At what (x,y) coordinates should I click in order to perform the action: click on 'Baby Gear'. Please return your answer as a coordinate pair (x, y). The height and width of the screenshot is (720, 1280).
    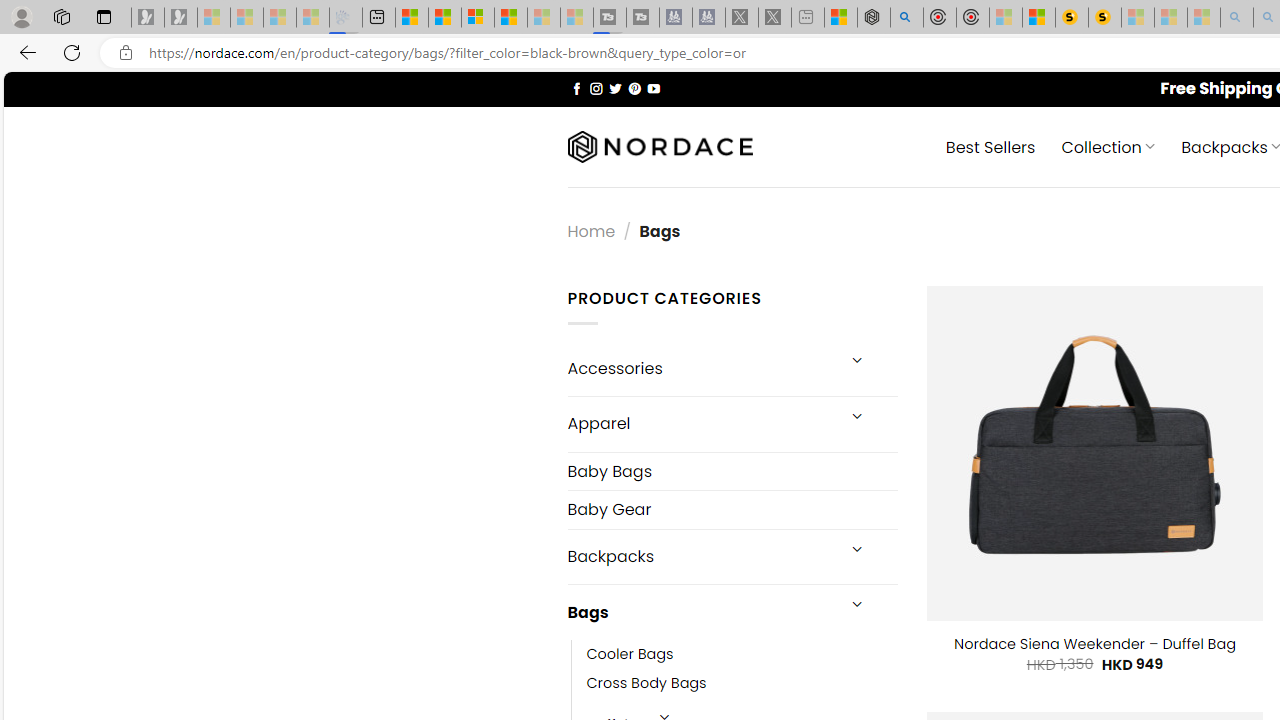
    Looking at the image, I should click on (731, 508).